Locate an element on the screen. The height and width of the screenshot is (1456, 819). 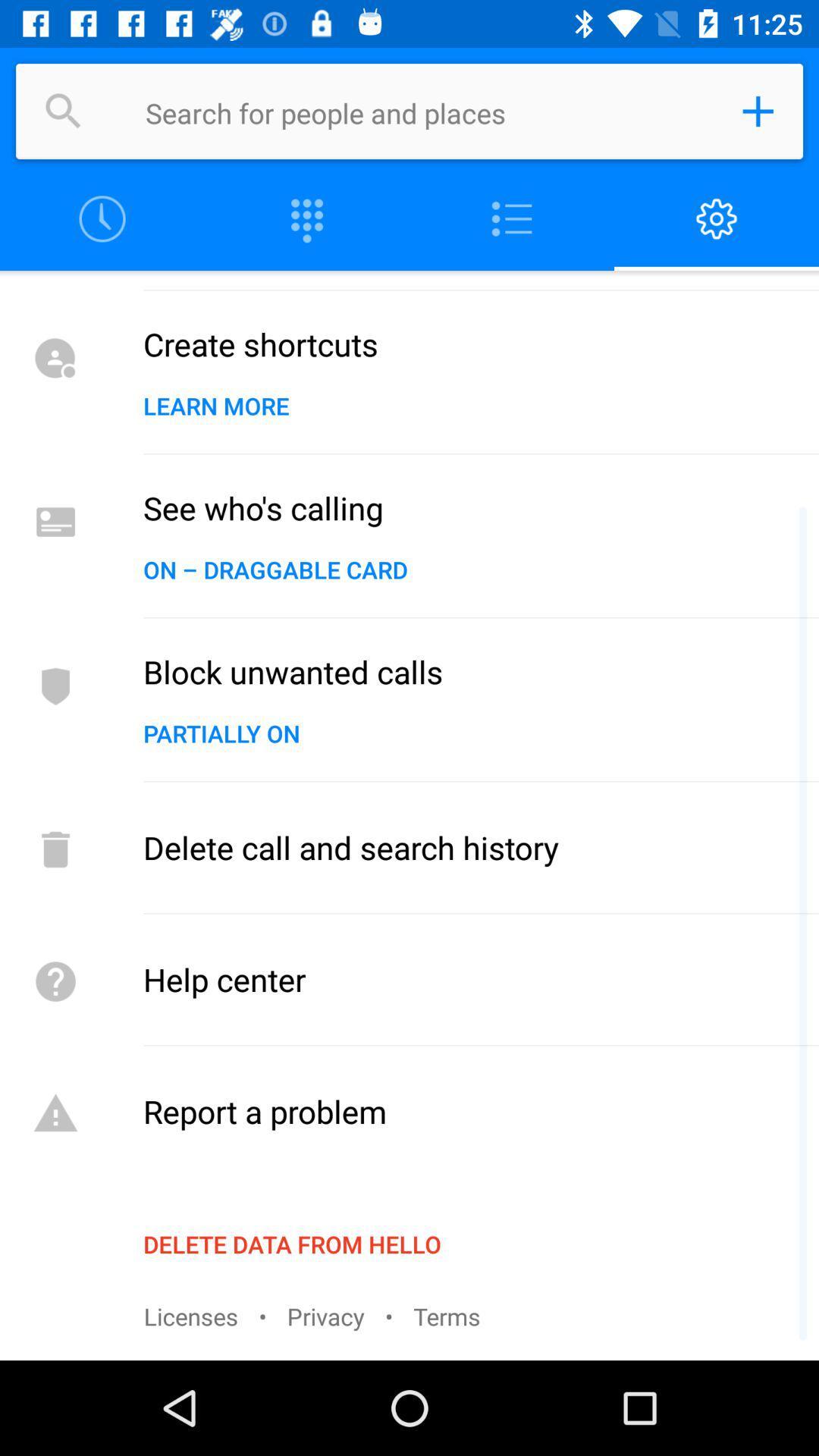
open dial pad is located at coordinates (307, 218).